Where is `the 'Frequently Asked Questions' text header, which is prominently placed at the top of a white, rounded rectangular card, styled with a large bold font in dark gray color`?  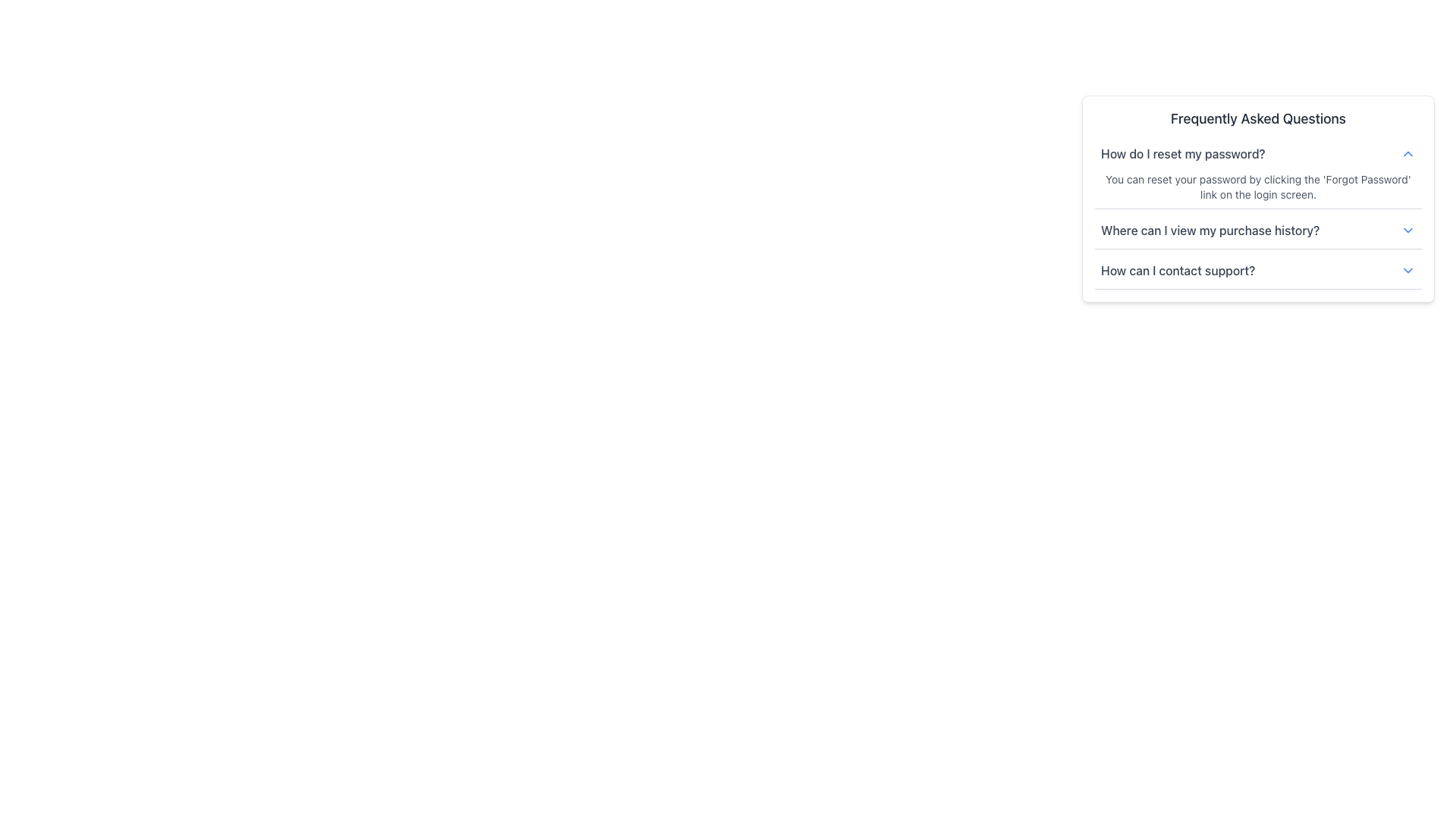 the 'Frequently Asked Questions' text header, which is prominently placed at the top of a white, rounded rectangular card, styled with a large bold font in dark gray color is located at coordinates (1258, 118).